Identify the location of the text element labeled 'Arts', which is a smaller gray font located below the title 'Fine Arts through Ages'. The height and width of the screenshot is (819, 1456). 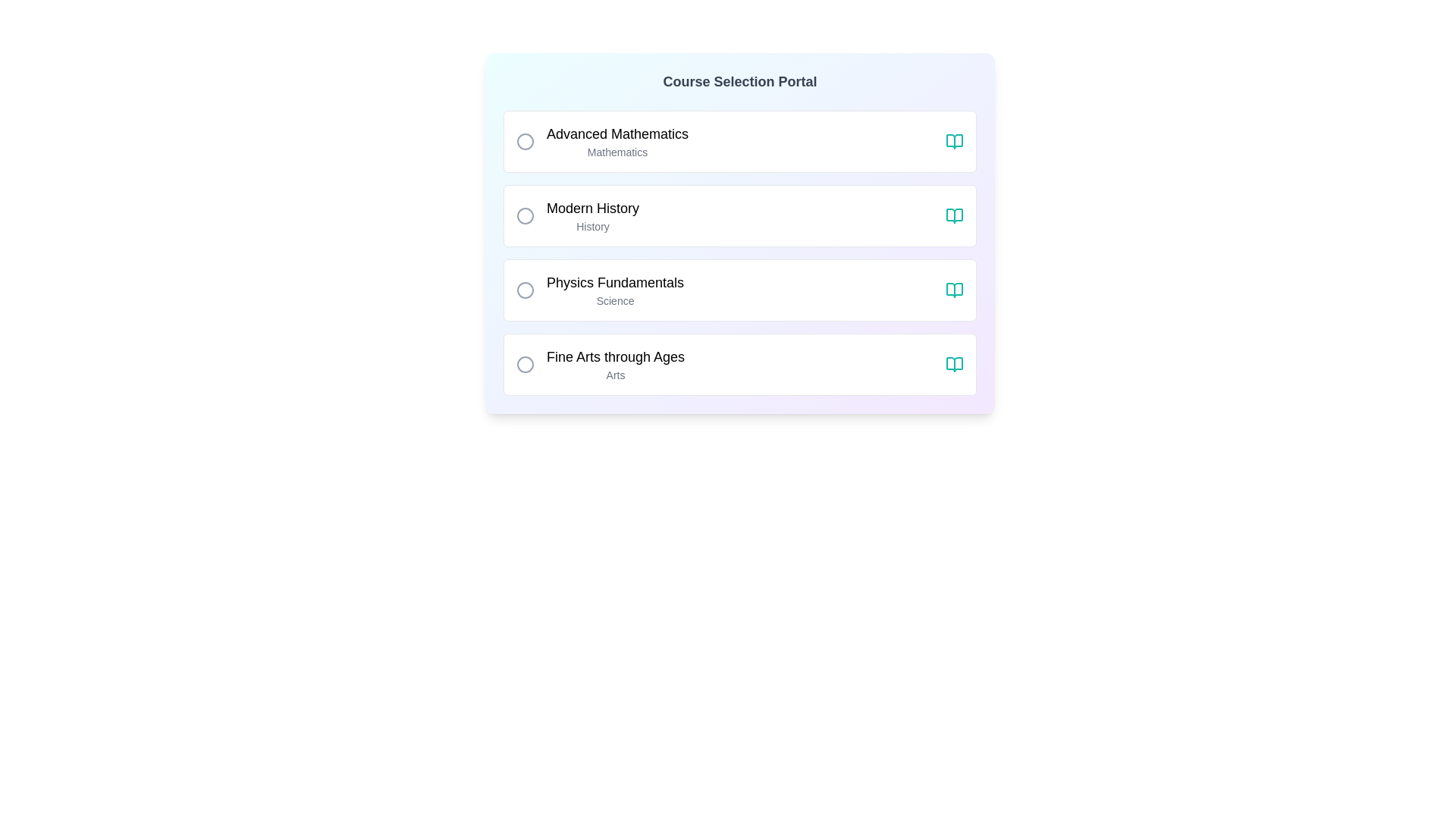
(615, 375).